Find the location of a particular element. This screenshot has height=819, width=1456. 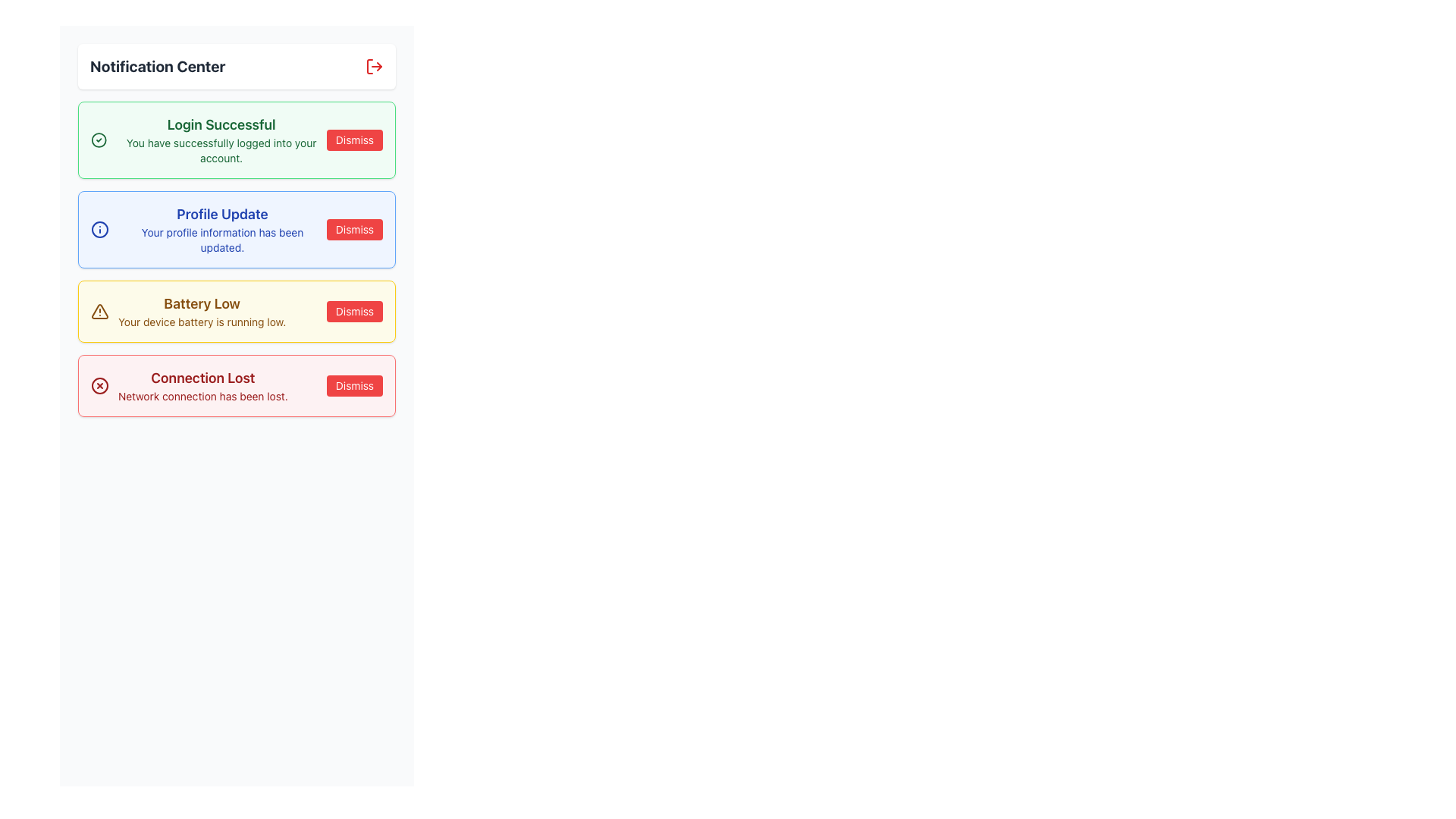

the text label 'Profile Update' which is styled with a blue font and located at the top half of the second notification card is located at coordinates (221, 214).